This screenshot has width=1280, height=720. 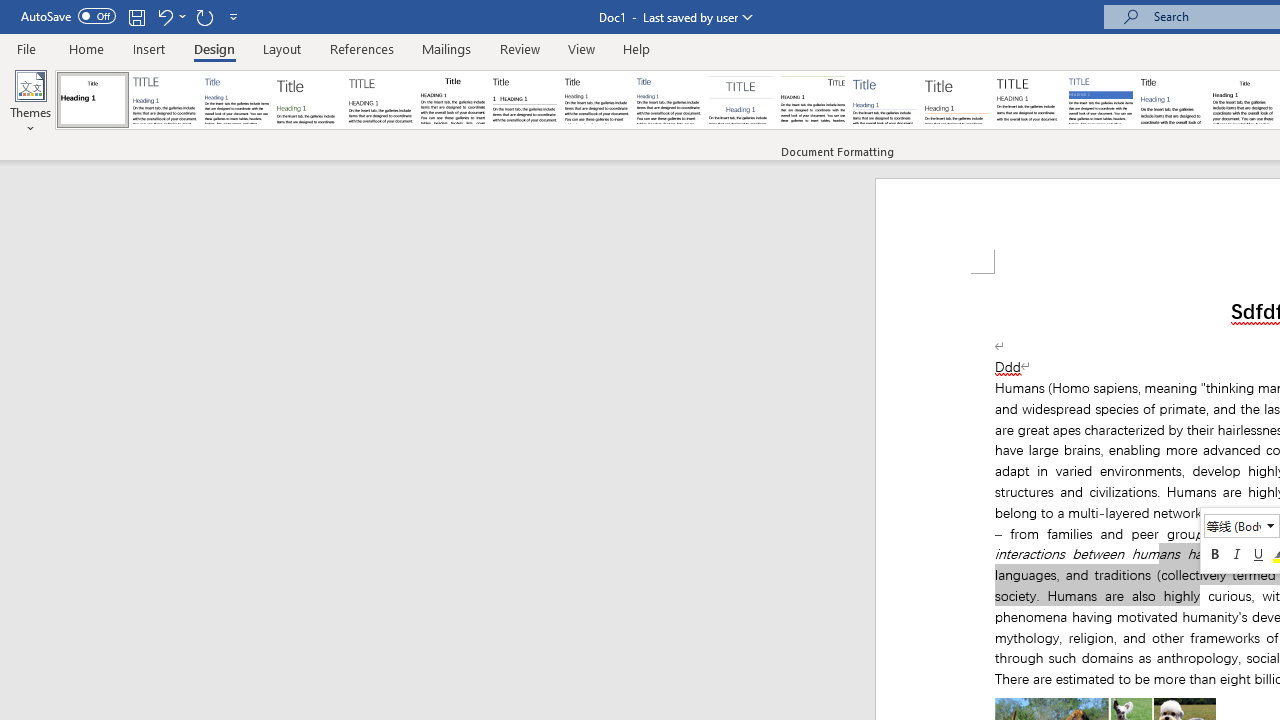 What do you see at coordinates (884, 100) in the screenshot?
I see `'Lines (Simple)'` at bounding box center [884, 100].